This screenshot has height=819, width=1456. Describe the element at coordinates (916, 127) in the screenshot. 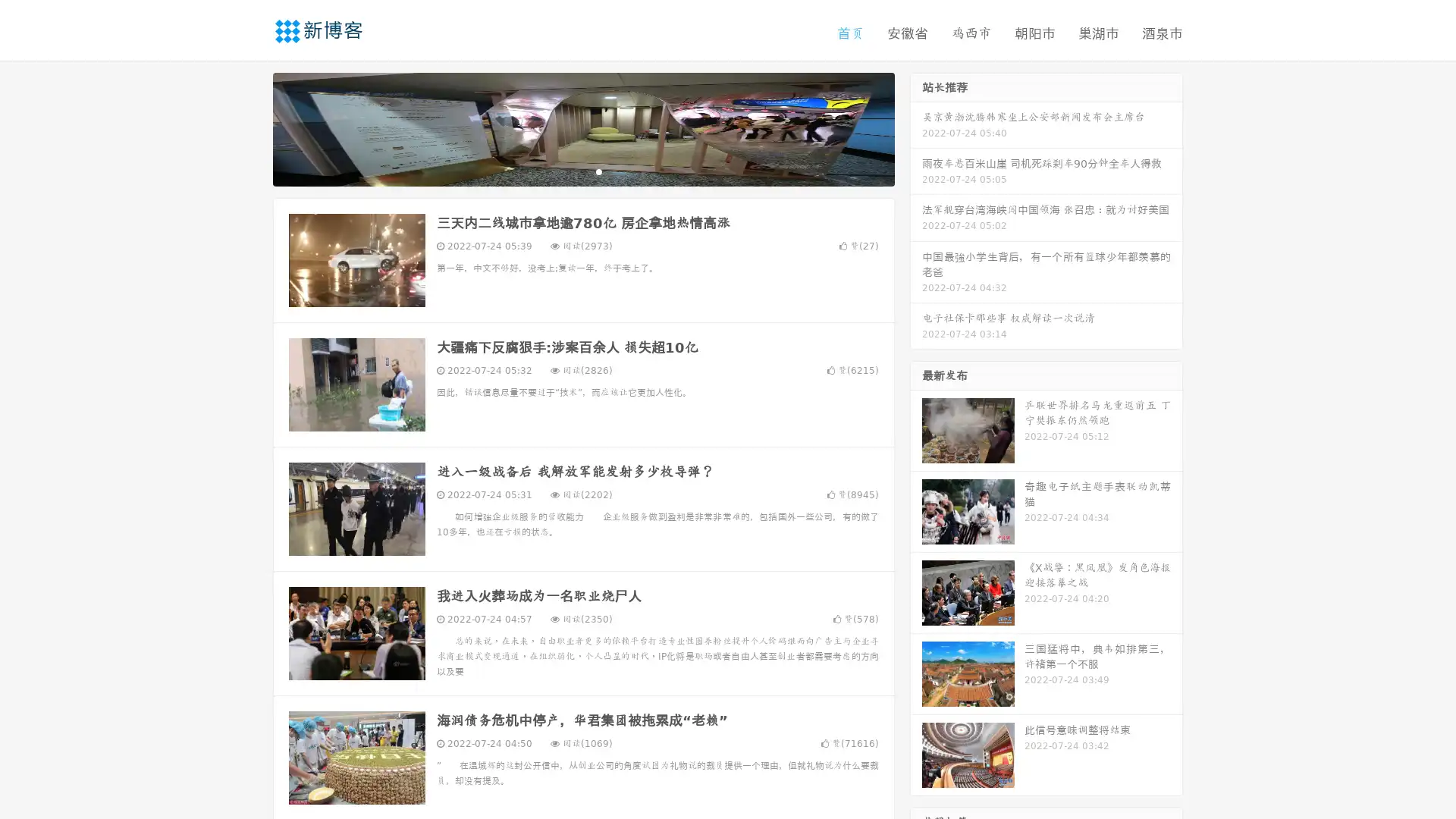

I see `Next slide` at that location.